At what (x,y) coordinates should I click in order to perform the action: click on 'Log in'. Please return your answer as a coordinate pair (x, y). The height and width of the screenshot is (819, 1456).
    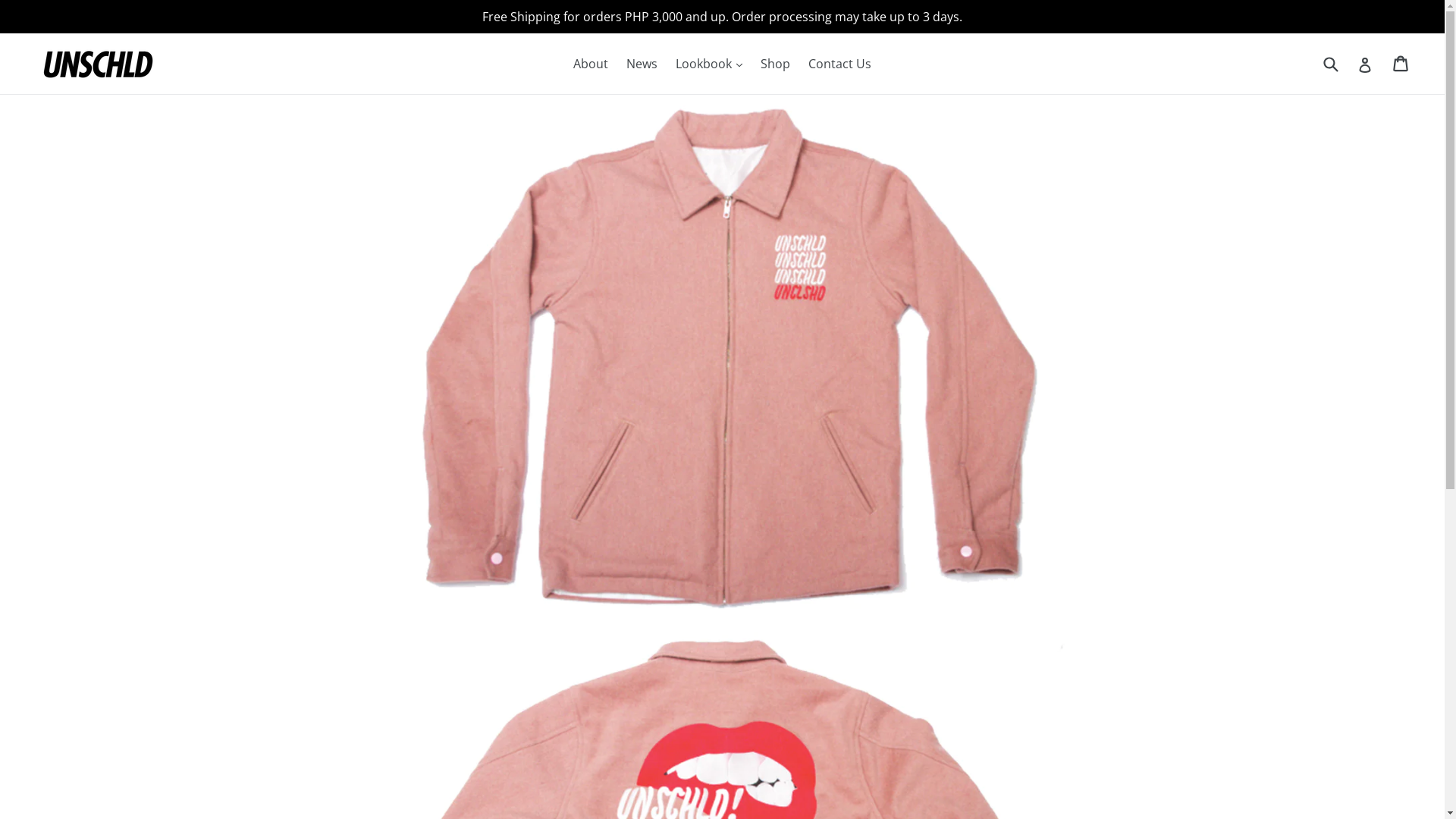
    Looking at the image, I should click on (1365, 63).